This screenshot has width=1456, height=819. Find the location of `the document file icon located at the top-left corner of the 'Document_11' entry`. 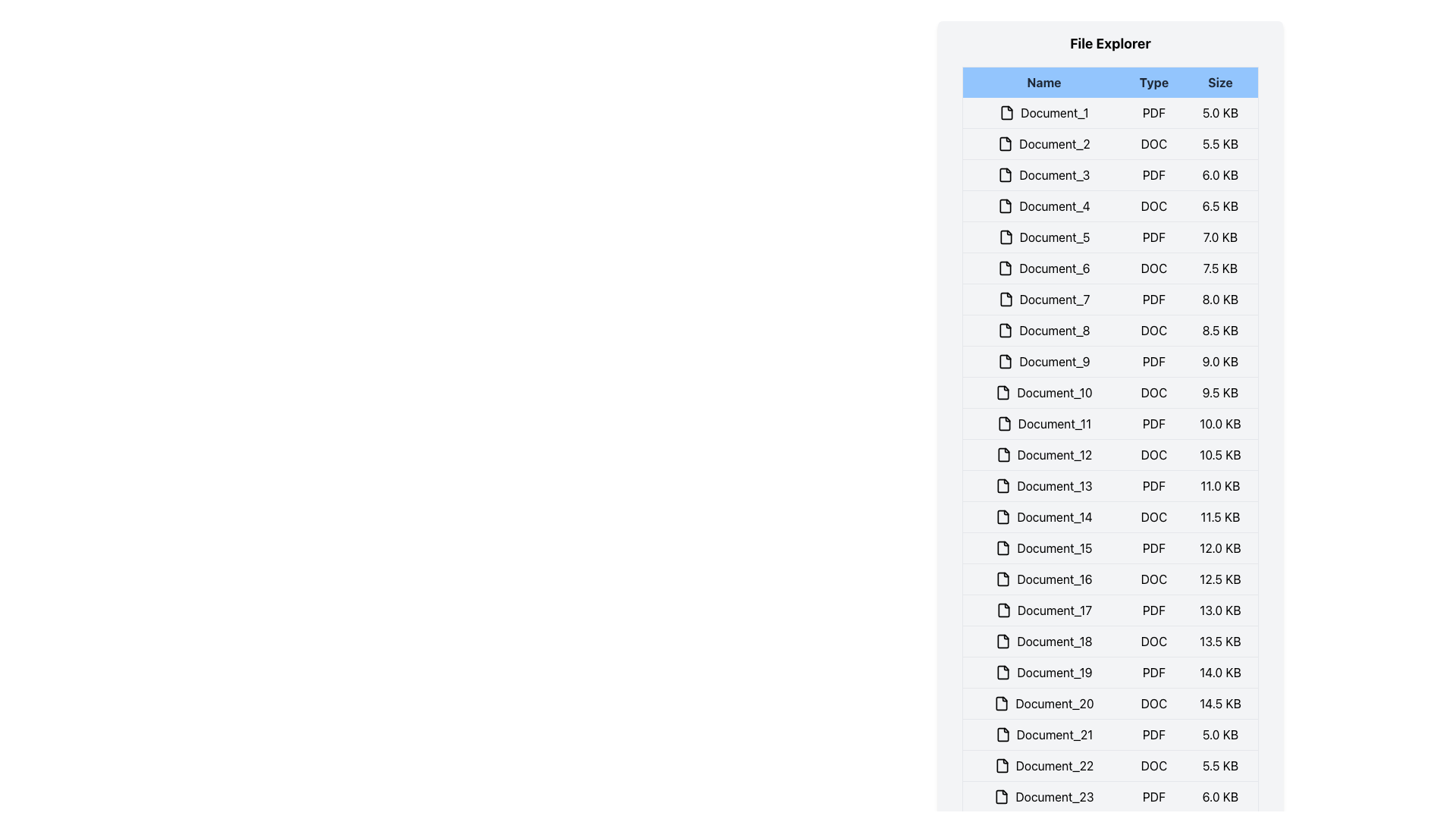

the document file icon located at the top-left corner of the 'Document_11' entry is located at coordinates (1004, 424).